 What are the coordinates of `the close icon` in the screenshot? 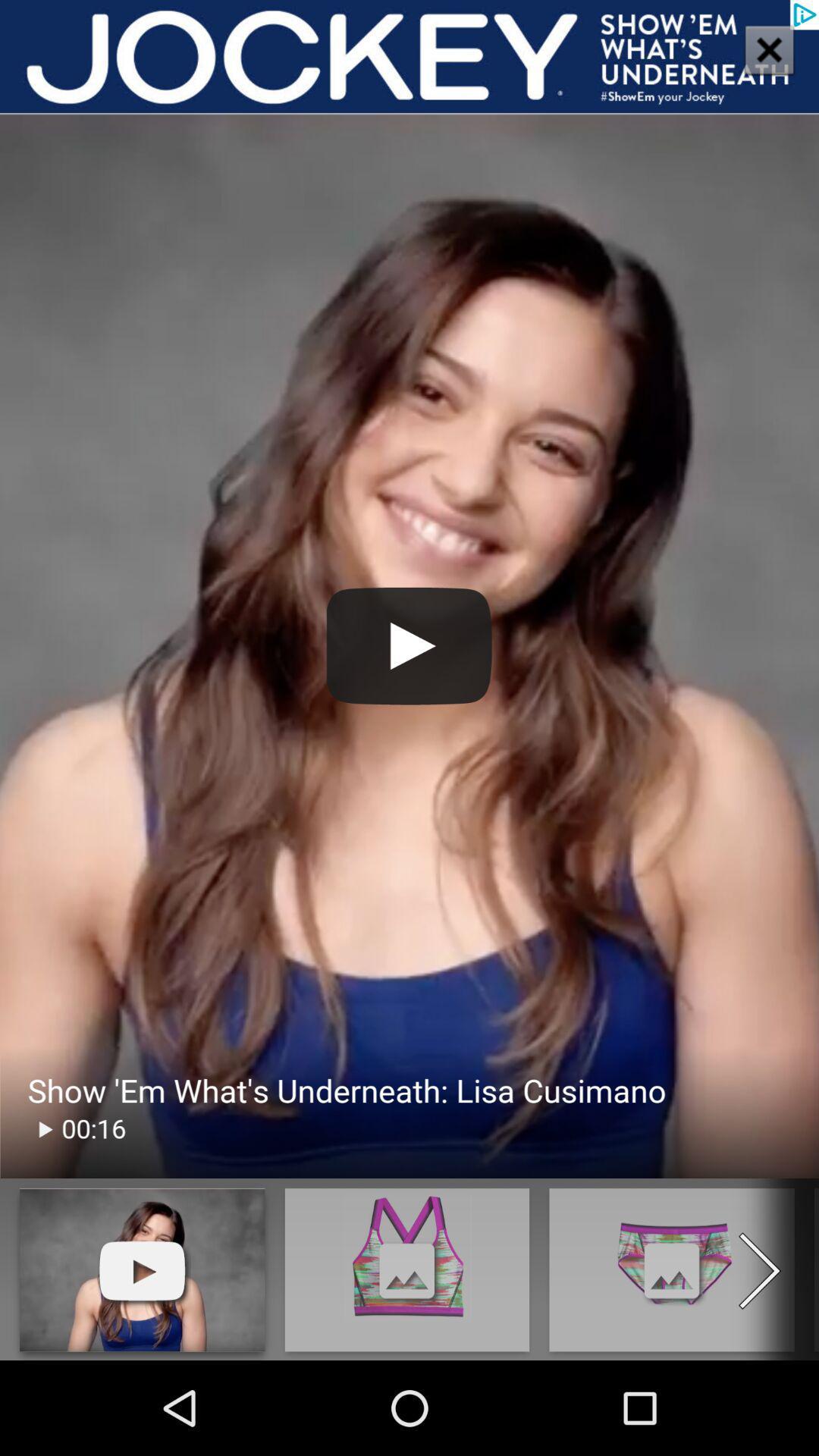 It's located at (769, 53).